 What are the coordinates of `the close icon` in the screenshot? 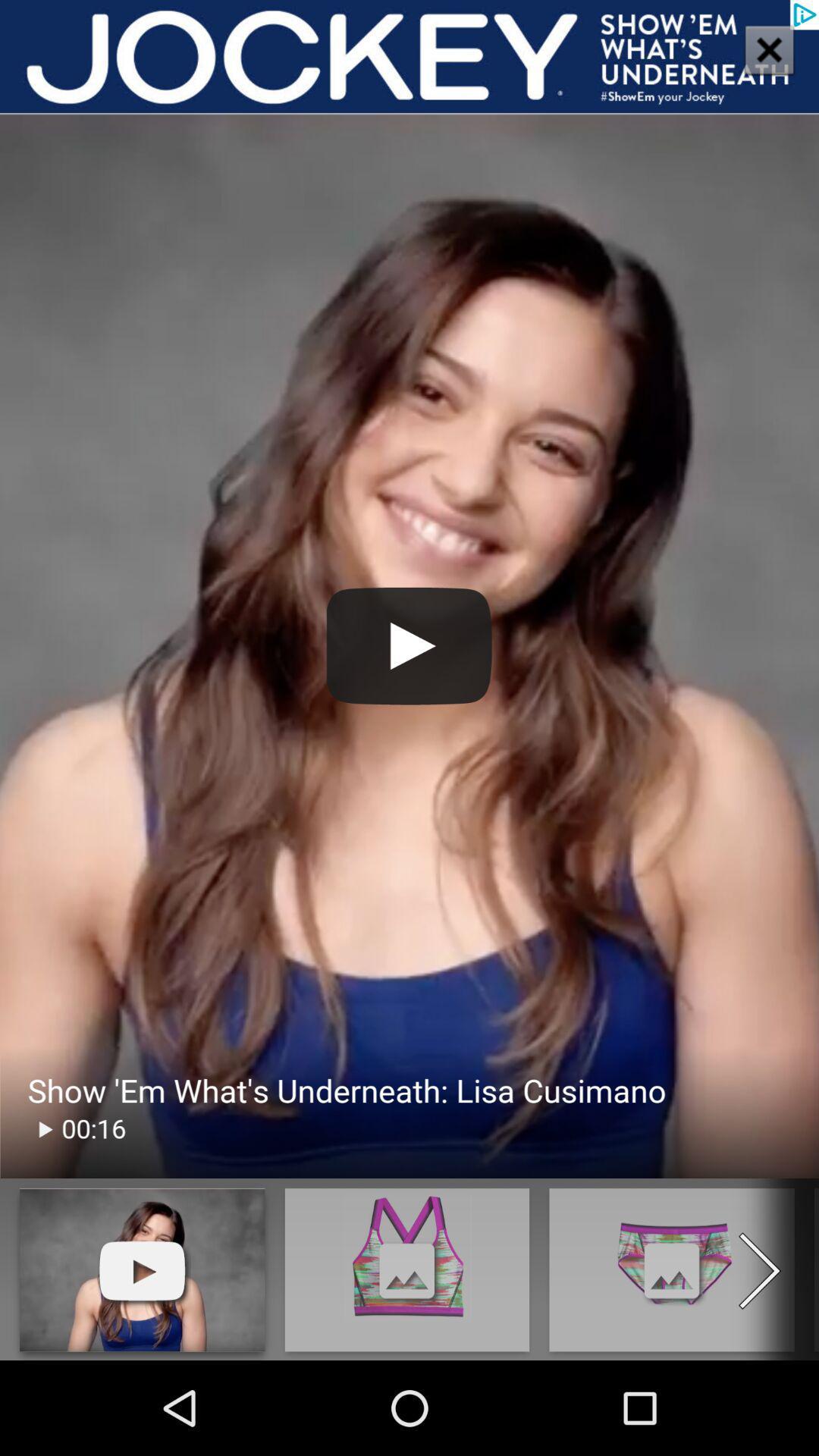 It's located at (769, 53).